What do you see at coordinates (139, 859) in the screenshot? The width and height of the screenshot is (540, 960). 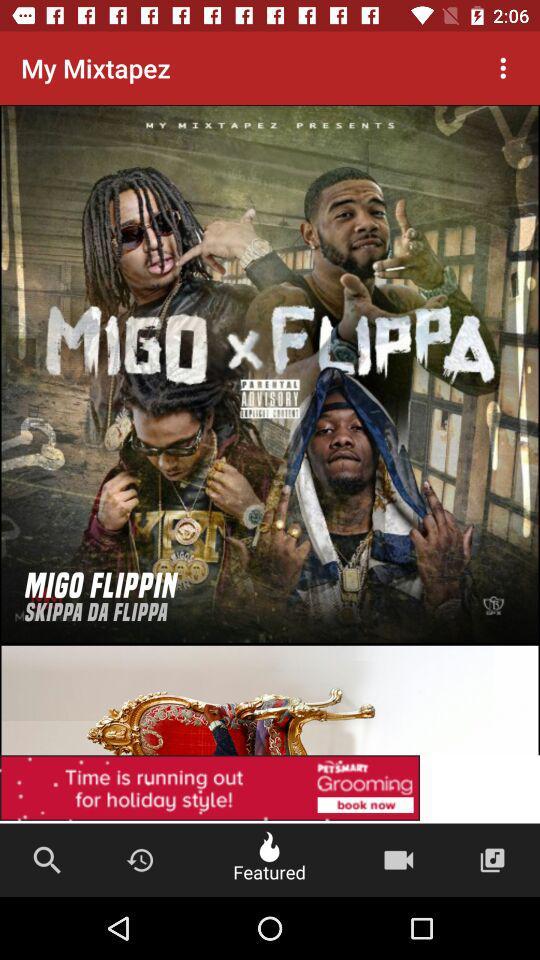 I see `the button beside the search icon at the bottom of the page` at bounding box center [139, 859].